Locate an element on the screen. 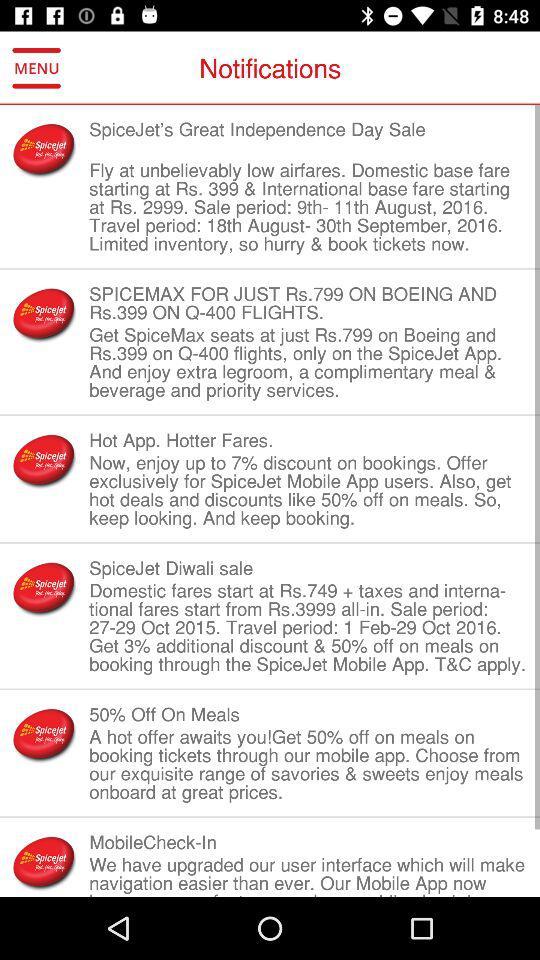 This screenshot has width=540, height=960. mini image which is left to 50 off on meals is located at coordinates (44, 733).